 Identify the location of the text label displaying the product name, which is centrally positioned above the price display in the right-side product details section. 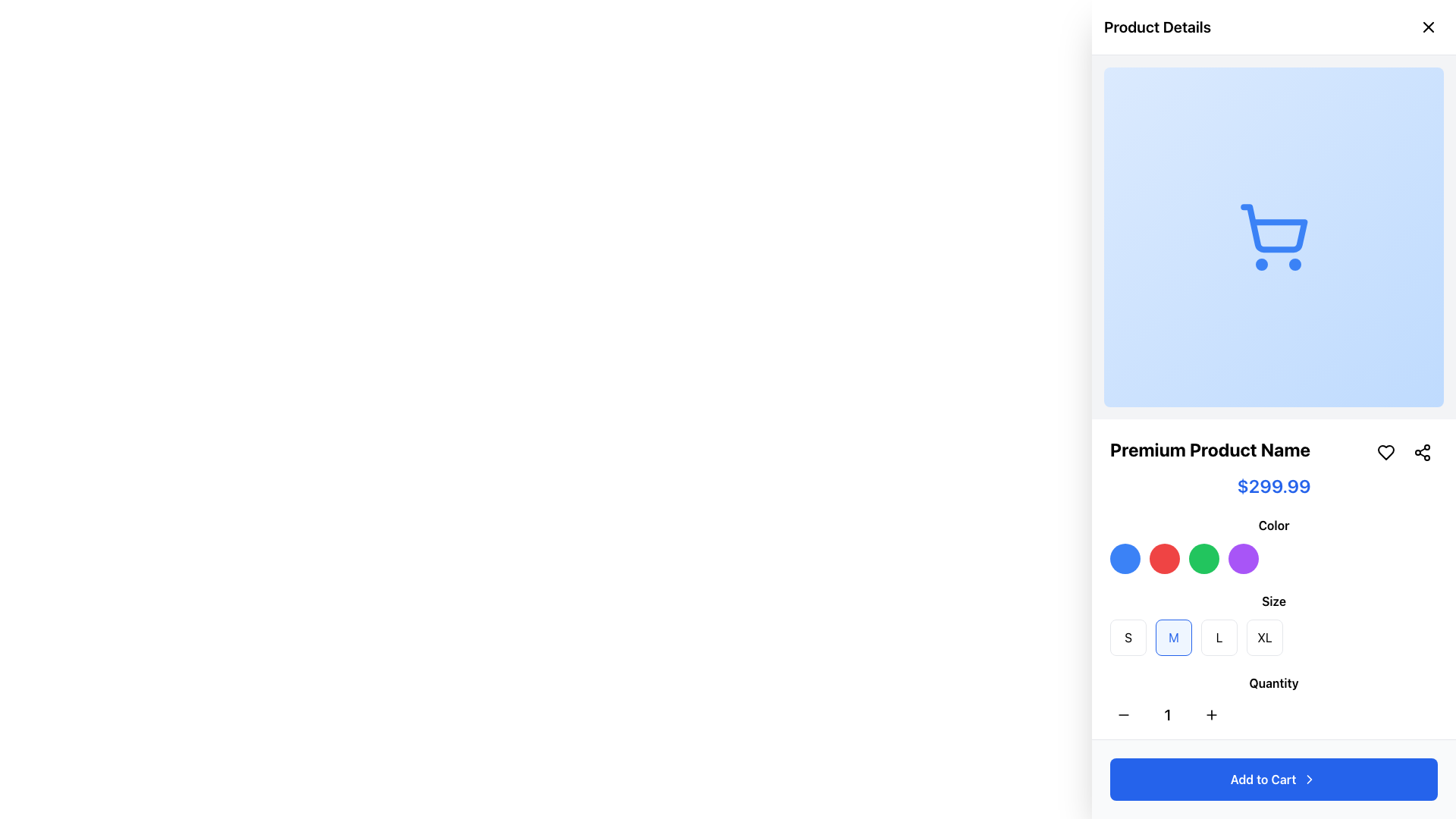
(1210, 449).